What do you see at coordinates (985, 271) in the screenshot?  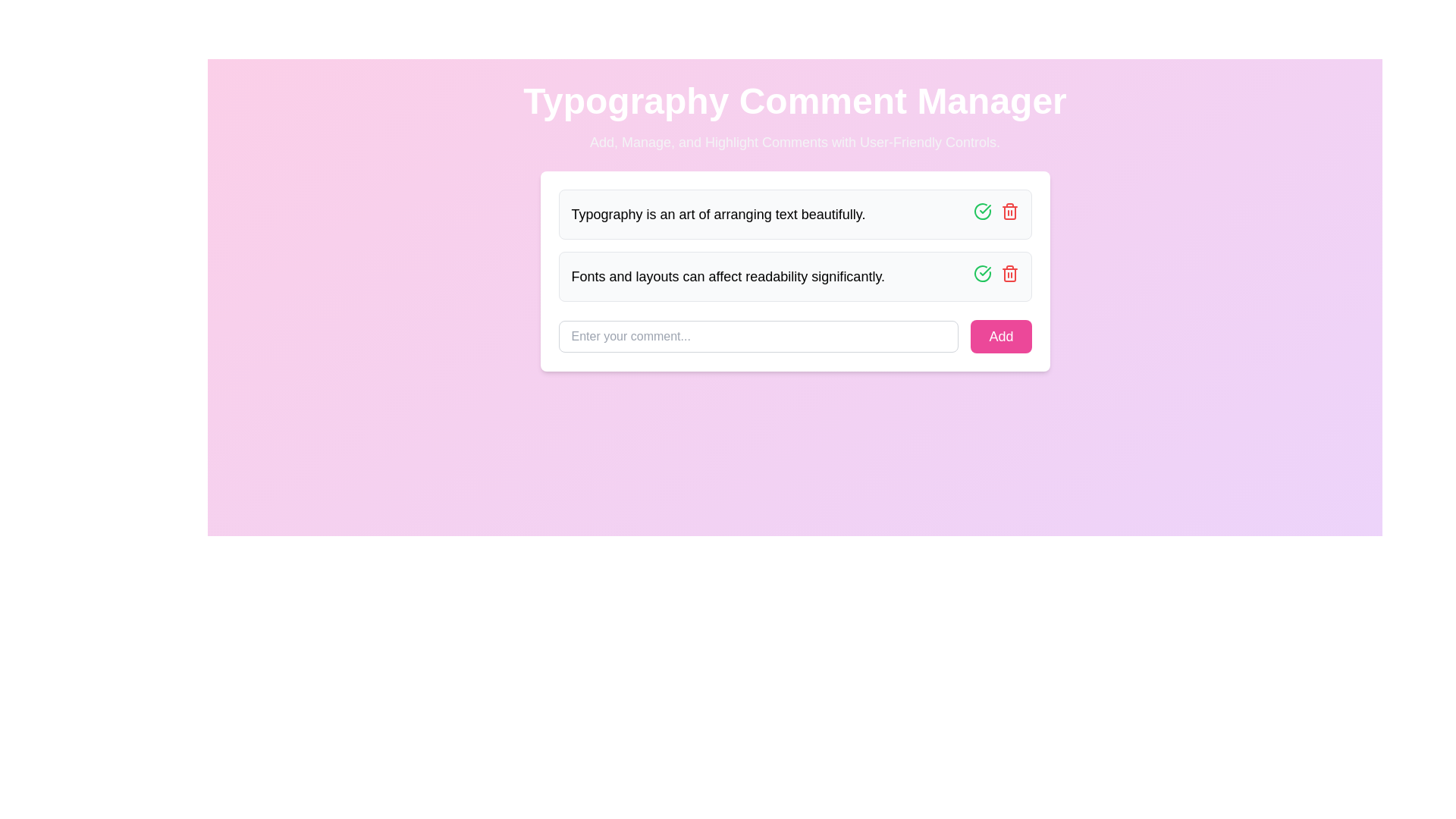 I see `the checkmark icon located to the right of the comment 'Typography is an art of arranging text beautifully' to mark the comment as approved` at bounding box center [985, 271].